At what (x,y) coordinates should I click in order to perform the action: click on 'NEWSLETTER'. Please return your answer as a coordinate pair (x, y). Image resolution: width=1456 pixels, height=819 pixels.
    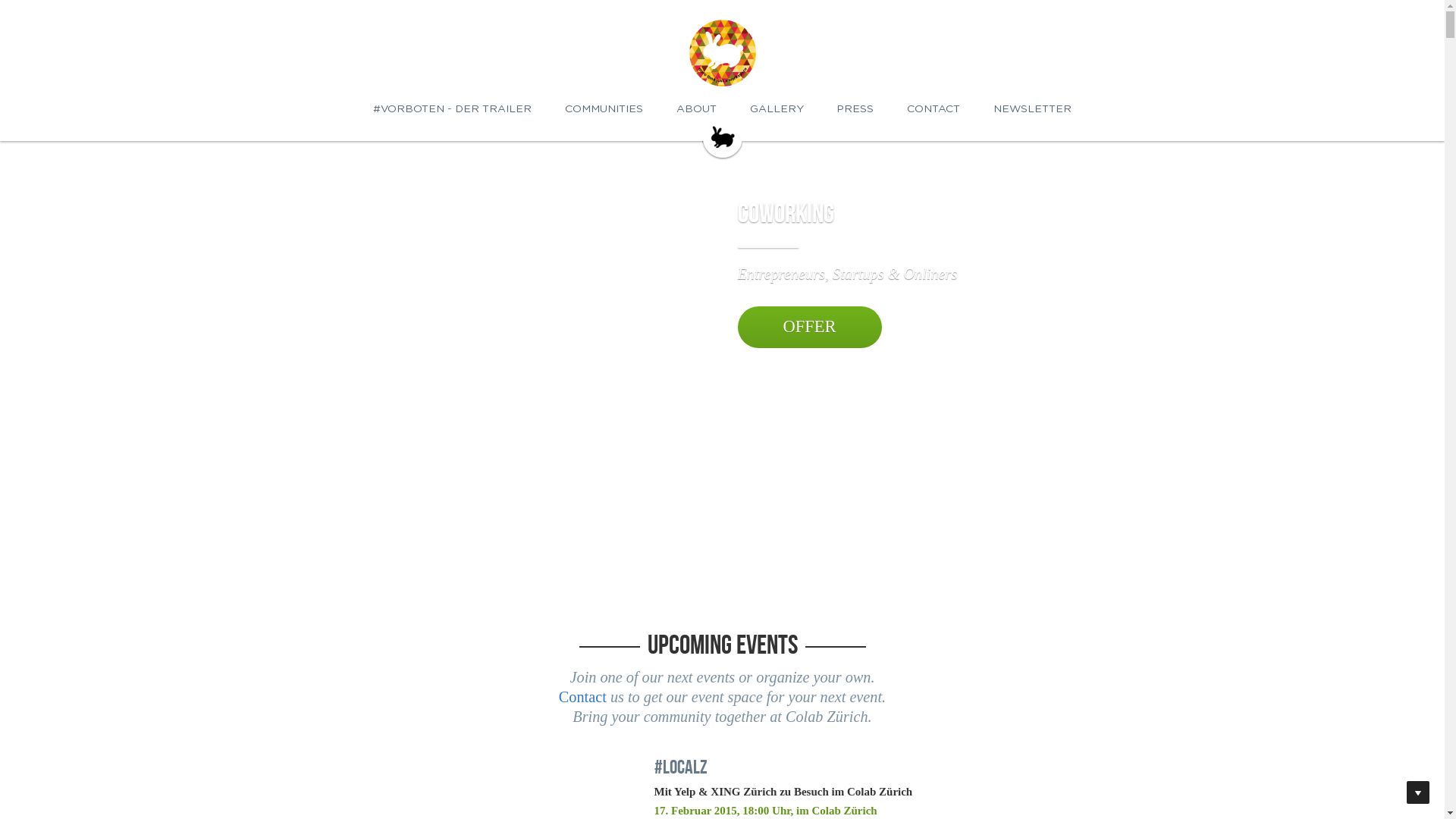
    Looking at the image, I should click on (993, 108).